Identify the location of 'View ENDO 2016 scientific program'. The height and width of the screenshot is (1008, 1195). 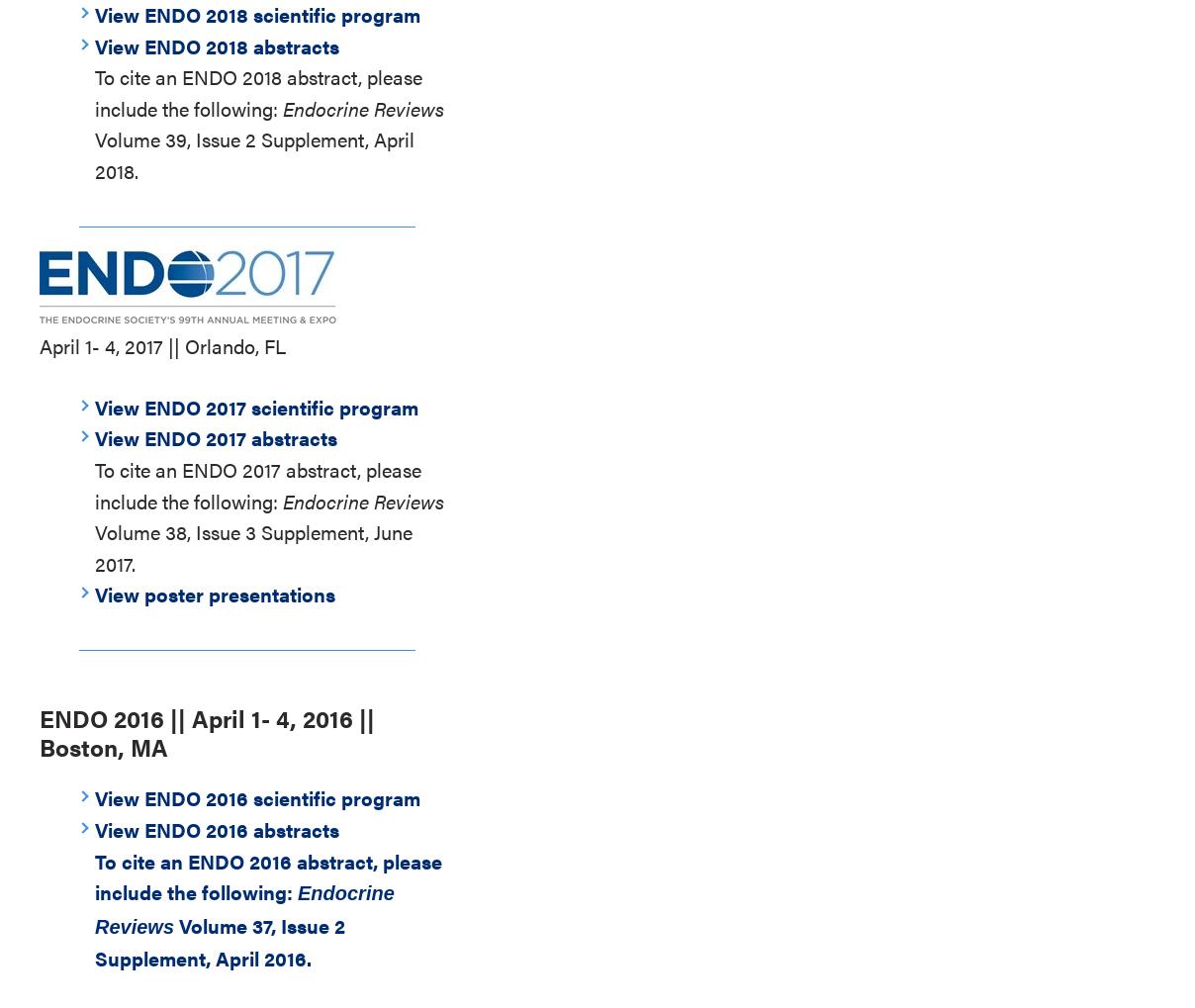
(257, 797).